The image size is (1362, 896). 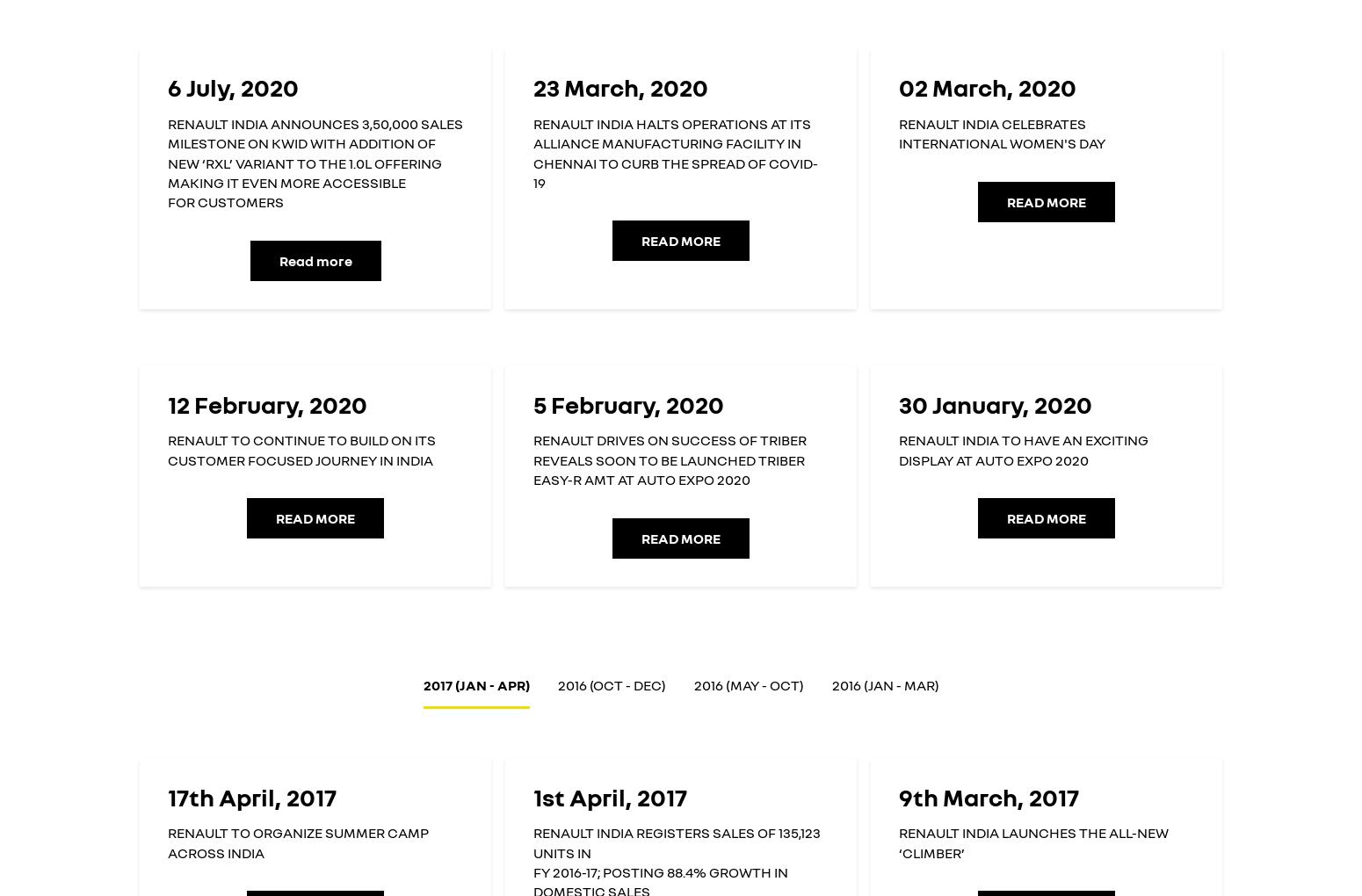 What do you see at coordinates (166, 162) in the screenshot?
I see `'RENAULT INDIA ANNOUNCES 3,50,000 SALES MILESTONE ON KWID WITH ADDITION OF NEW ‘RXL’ VARIANT TO THE 1.0L OFFERING MAKING IT EVEN MORE ACCESSIBLE FOR CUSTOMERS'` at bounding box center [166, 162].